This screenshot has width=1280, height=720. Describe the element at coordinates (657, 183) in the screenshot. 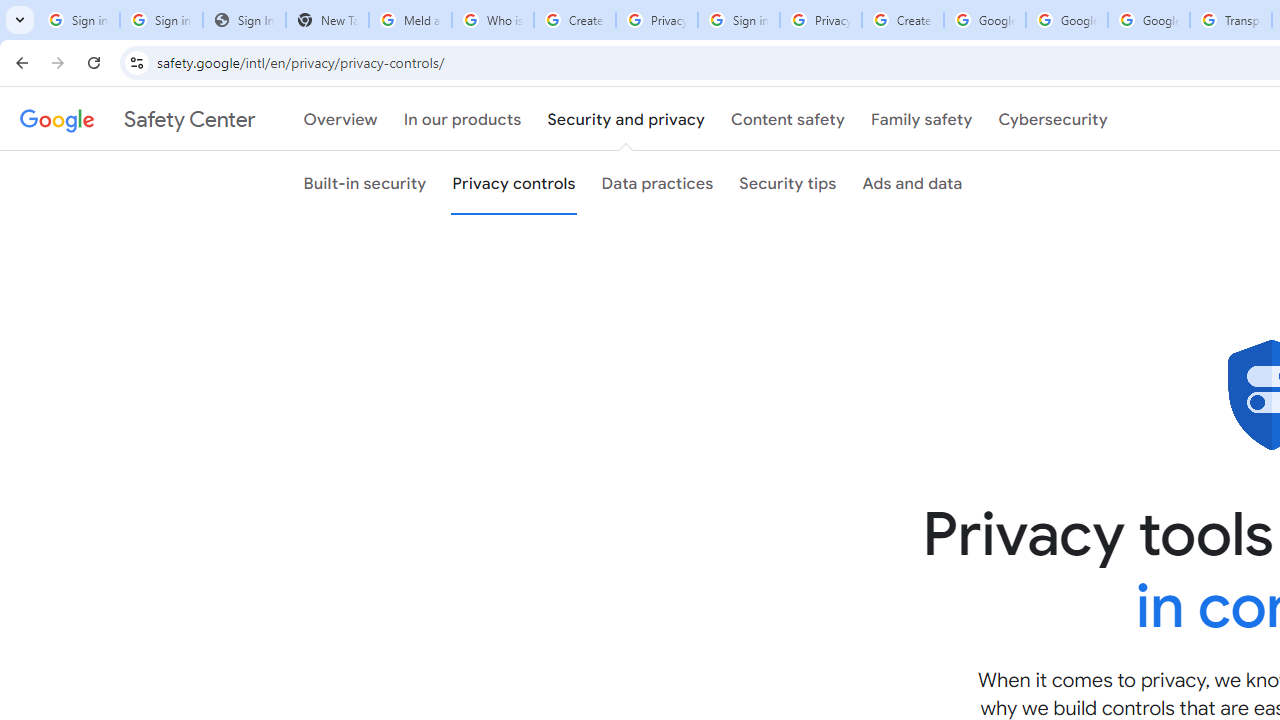

I see `'Data practices'` at that location.